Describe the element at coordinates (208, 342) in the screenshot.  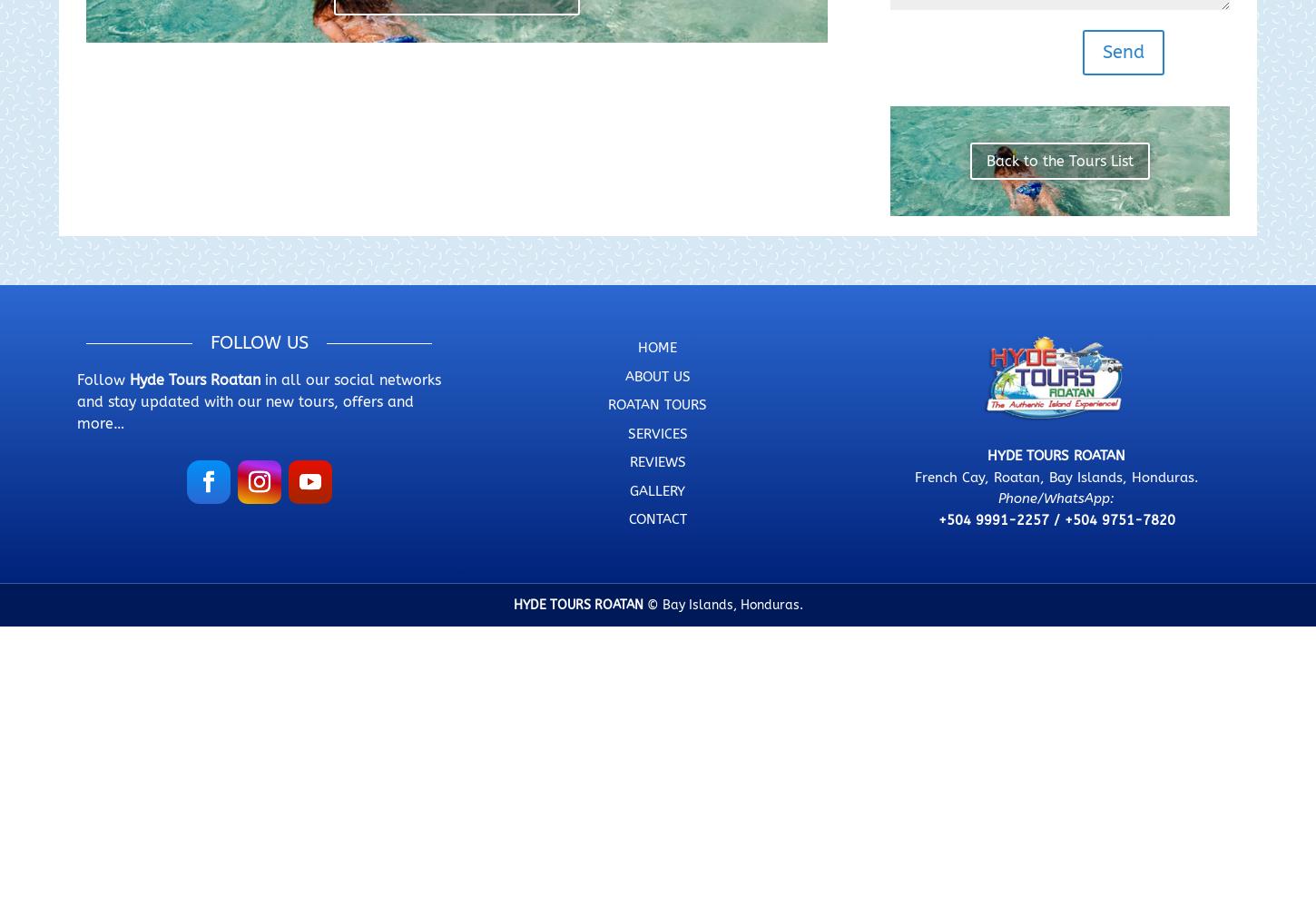
I see `'FOLLOW US'` at that location.